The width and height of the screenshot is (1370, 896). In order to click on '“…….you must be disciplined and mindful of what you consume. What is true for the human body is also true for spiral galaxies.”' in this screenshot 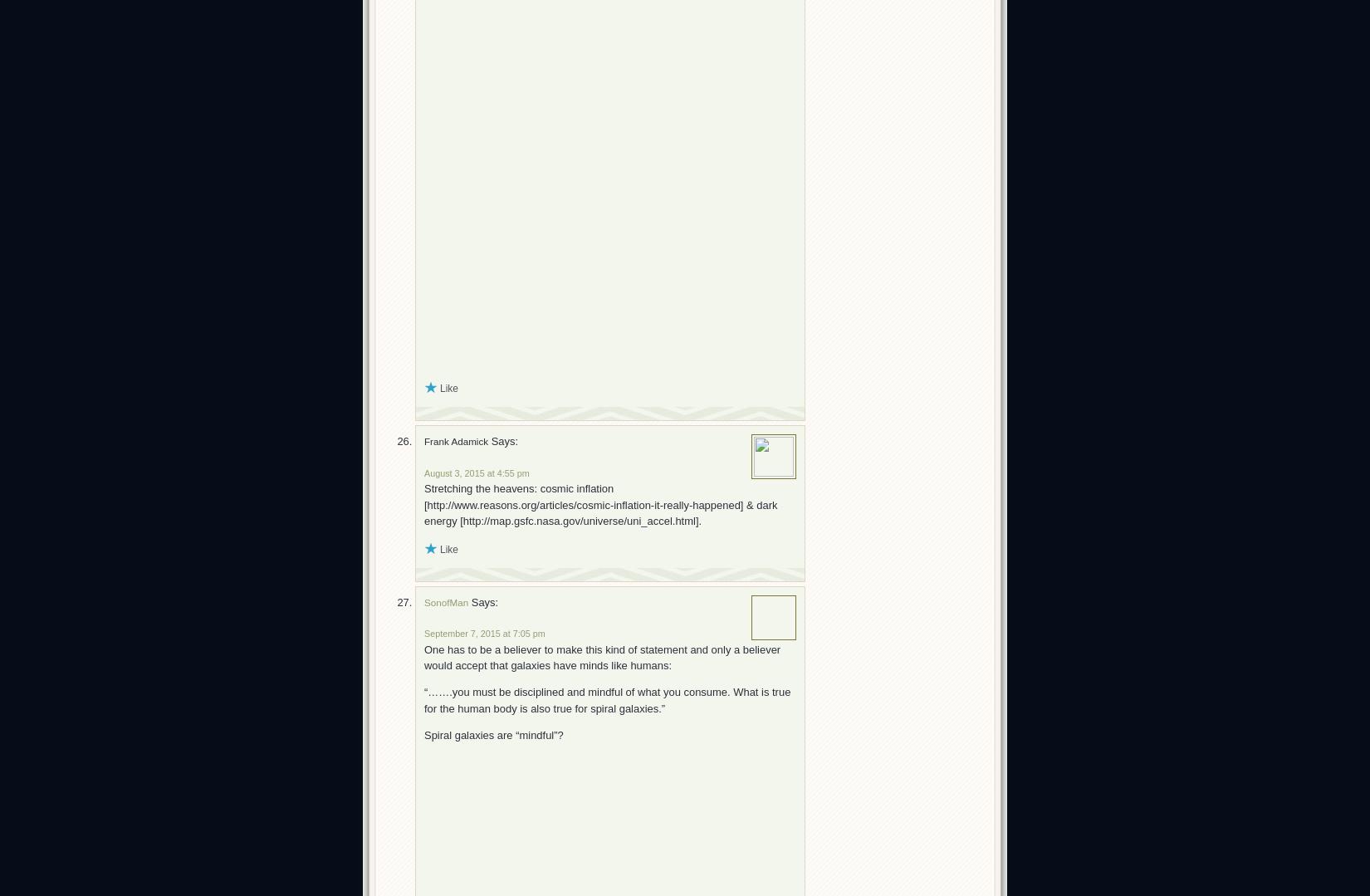, I will do `click(606, 700)`.